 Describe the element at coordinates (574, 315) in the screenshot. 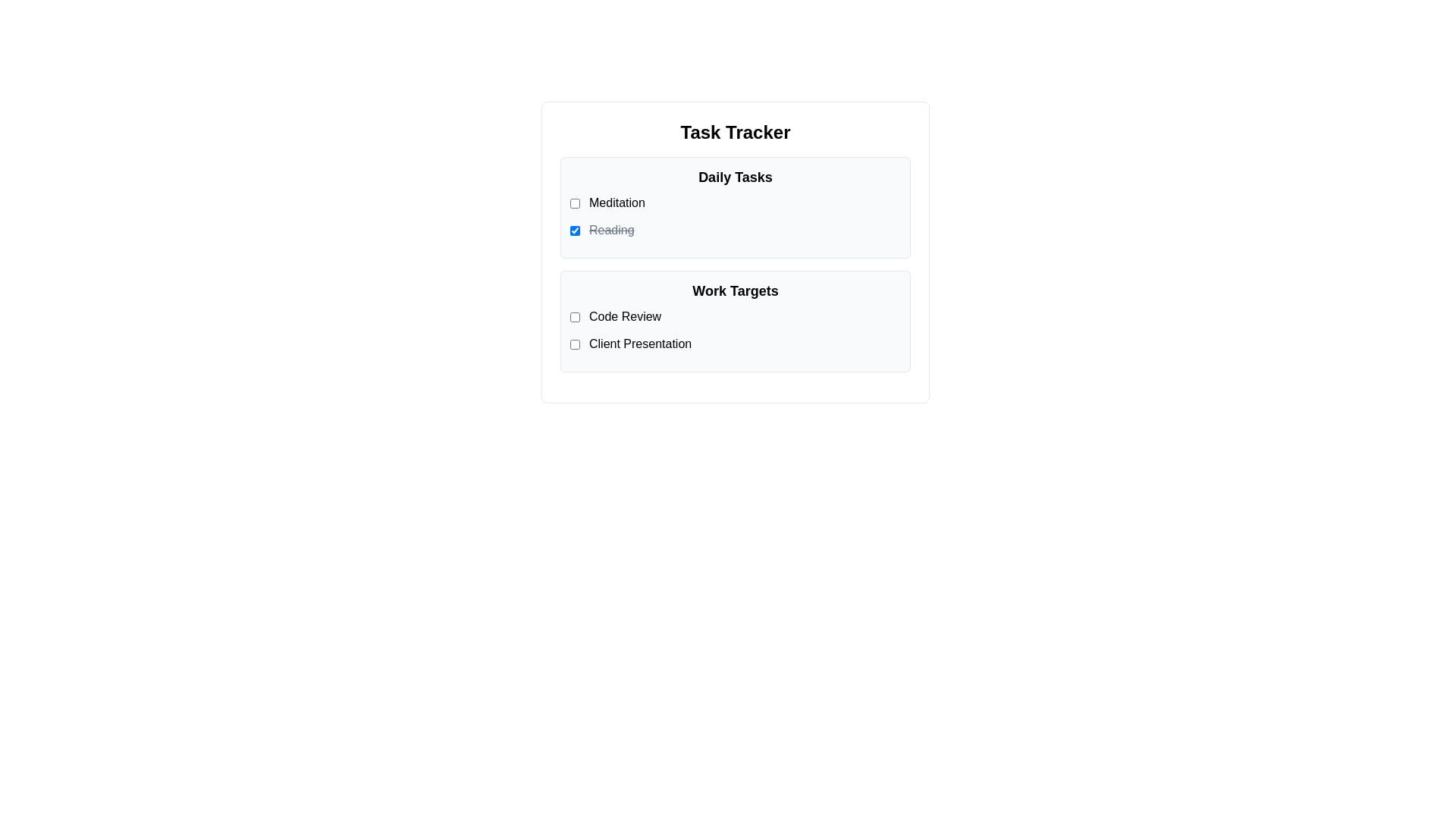

I see `the checkbox located in the 'Work Targets' section, which is horizontally aligned with the text 'Code Review'` at that location.